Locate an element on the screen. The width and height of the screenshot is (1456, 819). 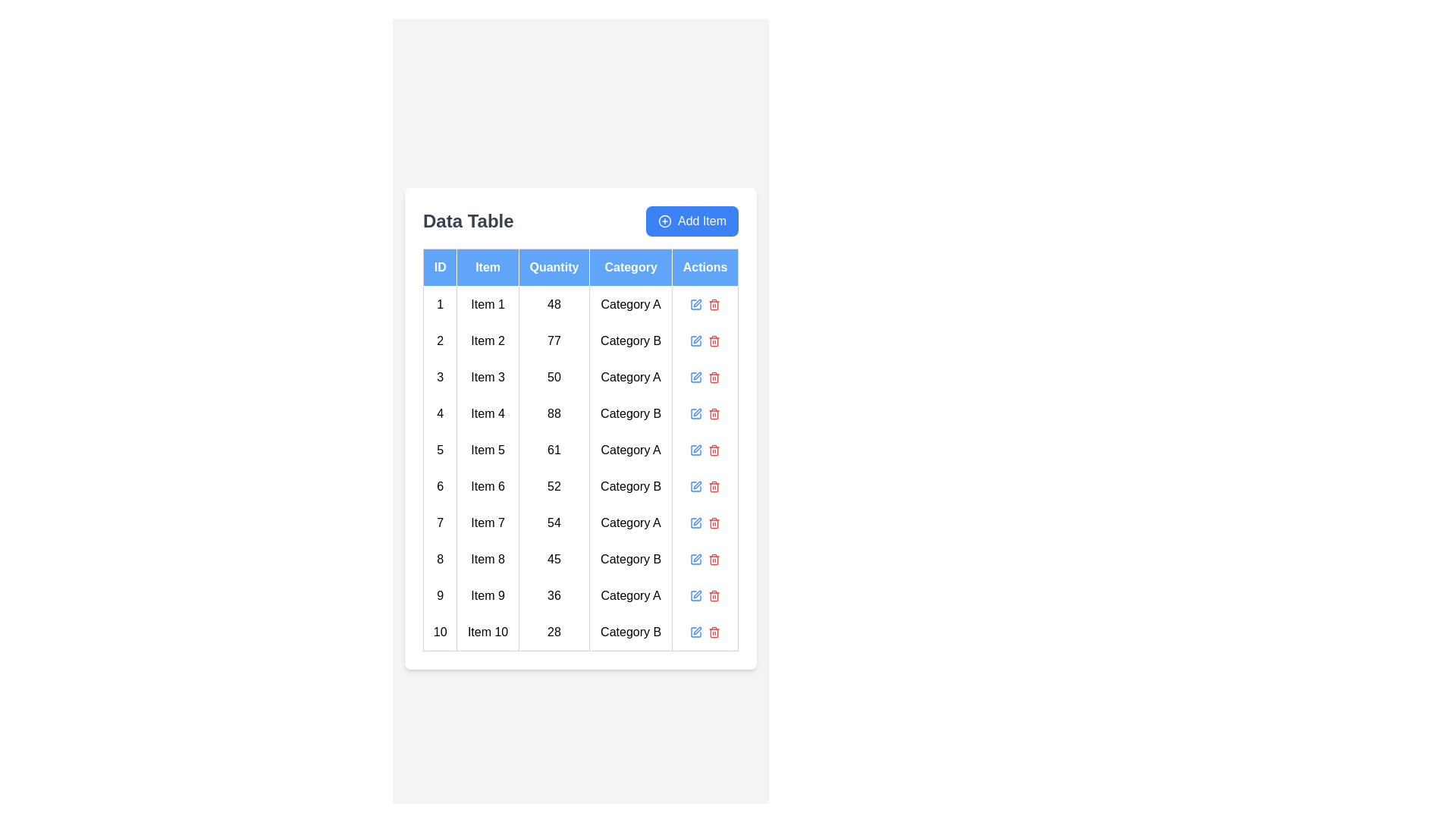
the 'Item 5' text label is located at coordinates (488, 449).